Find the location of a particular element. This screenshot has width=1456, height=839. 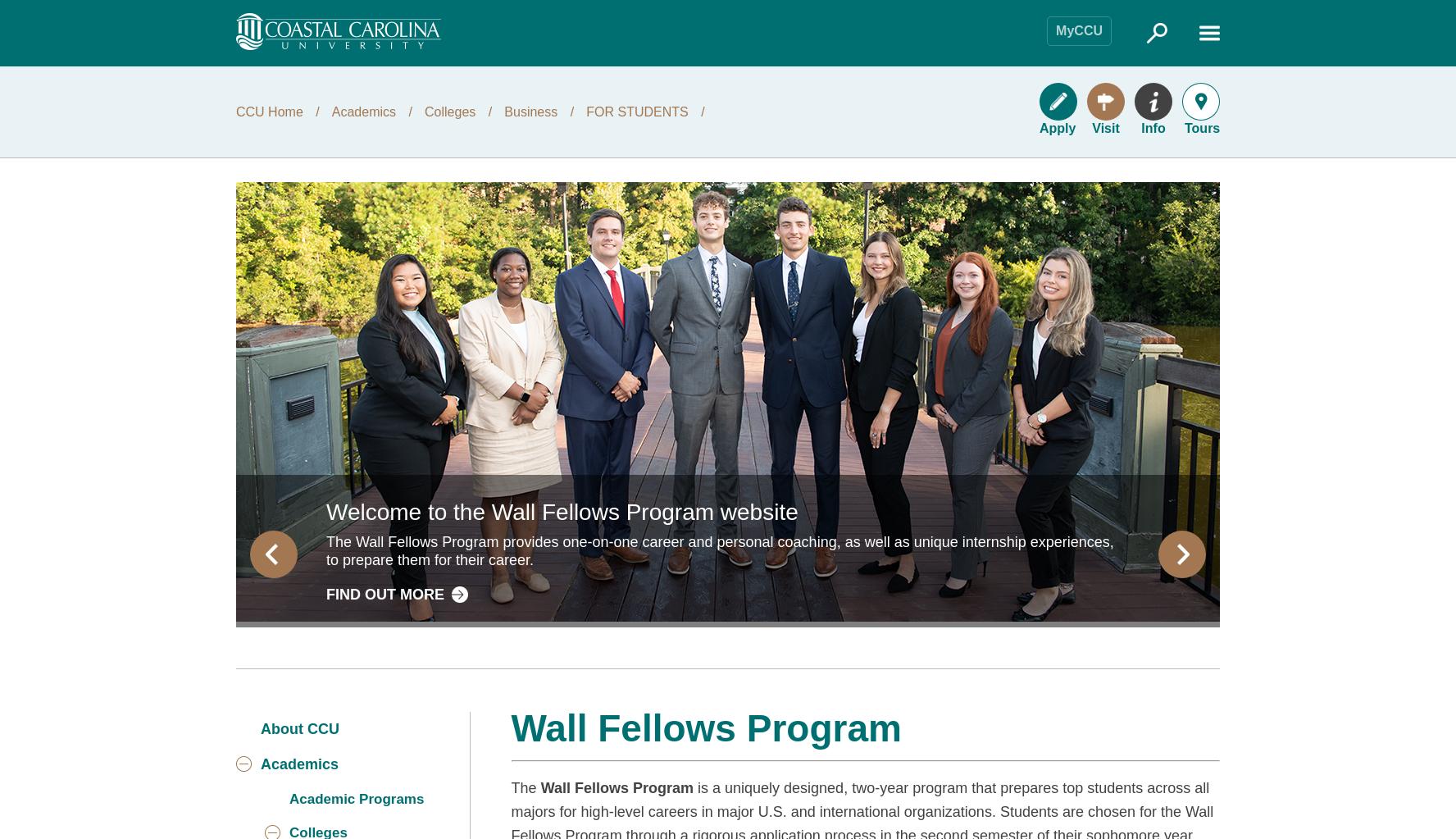

'Find Out More' is located at coordinates (326, 593).